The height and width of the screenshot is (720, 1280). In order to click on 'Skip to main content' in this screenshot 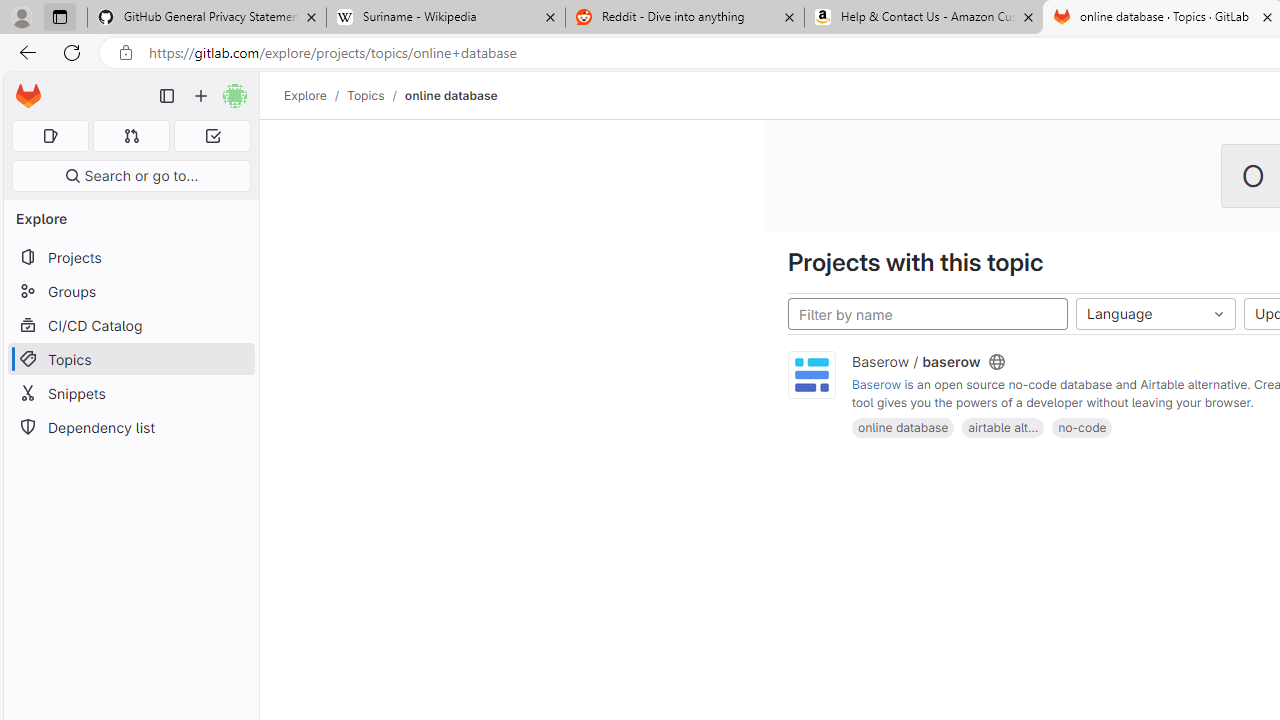, I will do `click(23, 86)`.